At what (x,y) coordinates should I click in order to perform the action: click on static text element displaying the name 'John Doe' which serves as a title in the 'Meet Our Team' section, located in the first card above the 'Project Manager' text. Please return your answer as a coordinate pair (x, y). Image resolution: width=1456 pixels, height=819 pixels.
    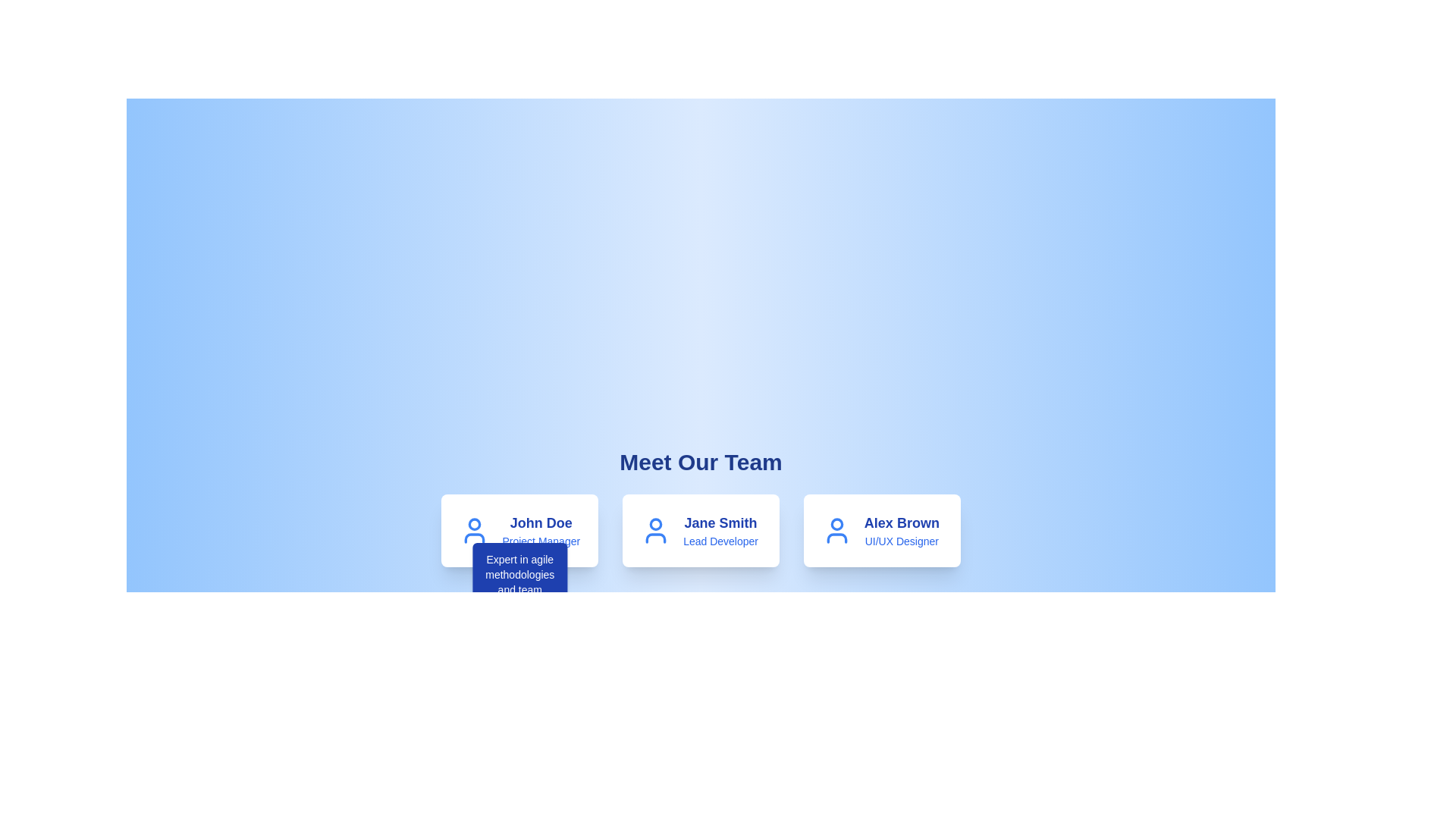
    Looking at the image, I should click on (541, 522).